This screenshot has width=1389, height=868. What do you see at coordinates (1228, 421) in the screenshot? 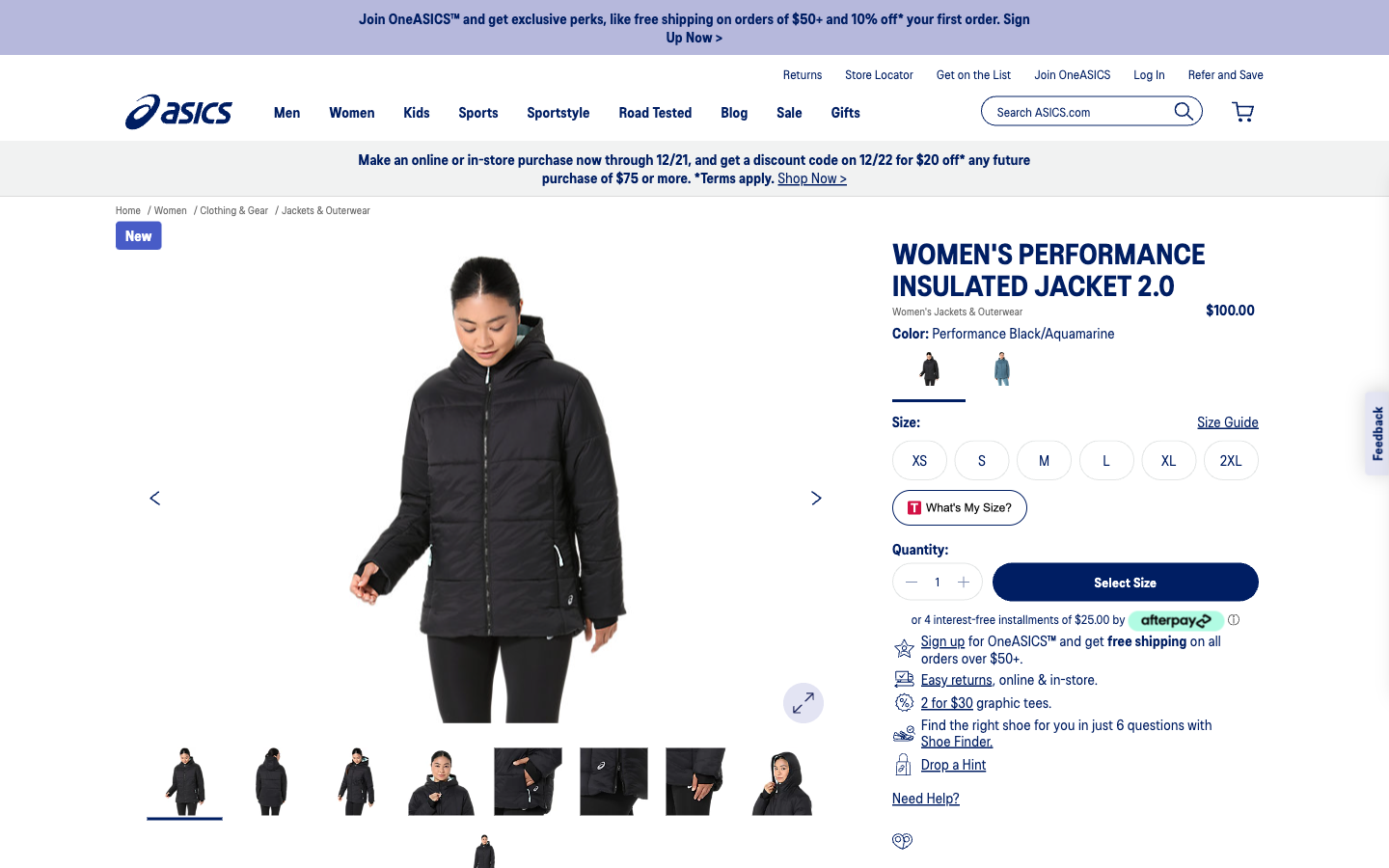
I see `Determine the appropriate clothing size to purchase` at bounding box center [1228, 421].